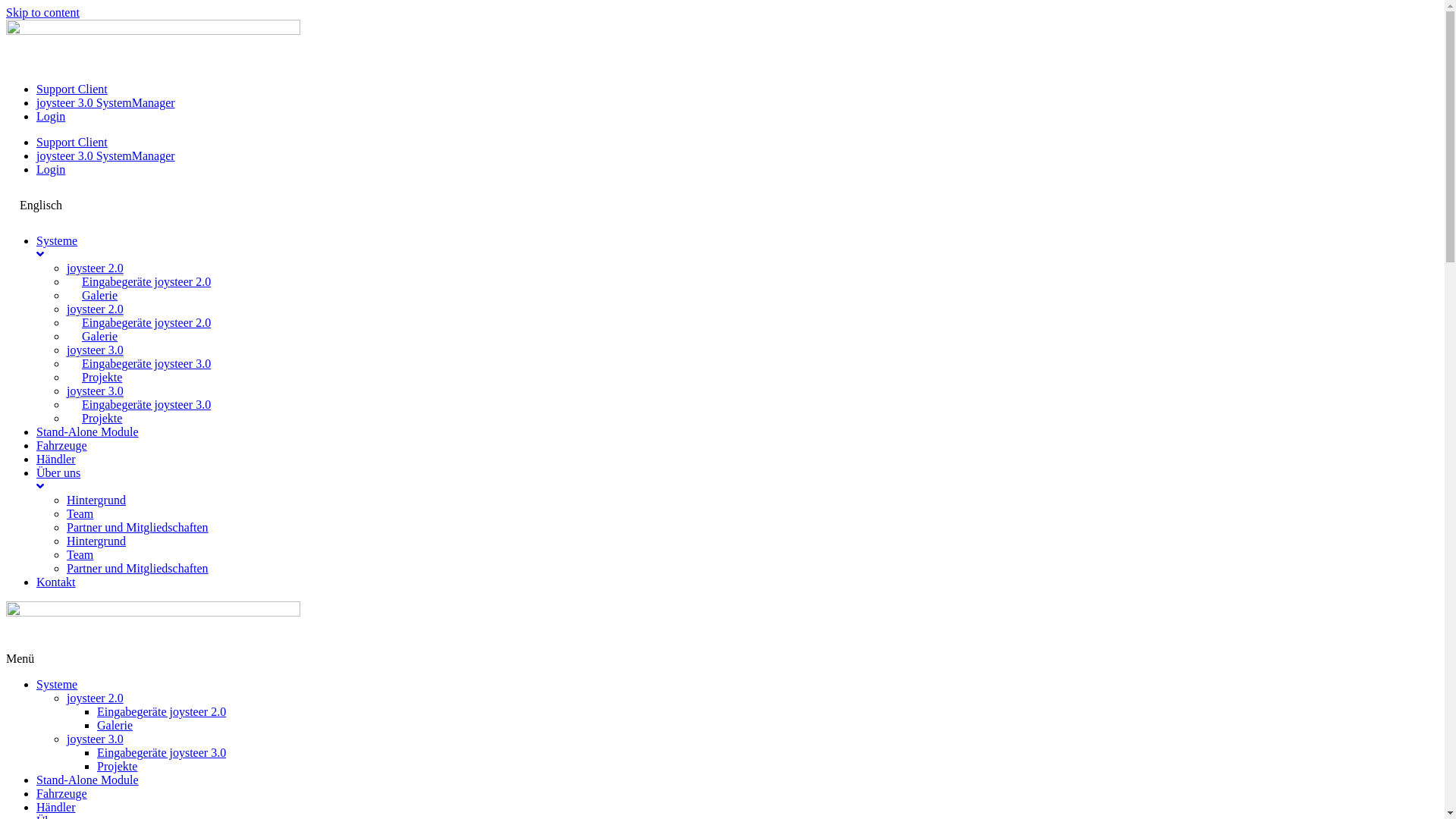 The height and width of the screenshot is (819, 1456). I want to click on 'Support Client', so click(71, 142).